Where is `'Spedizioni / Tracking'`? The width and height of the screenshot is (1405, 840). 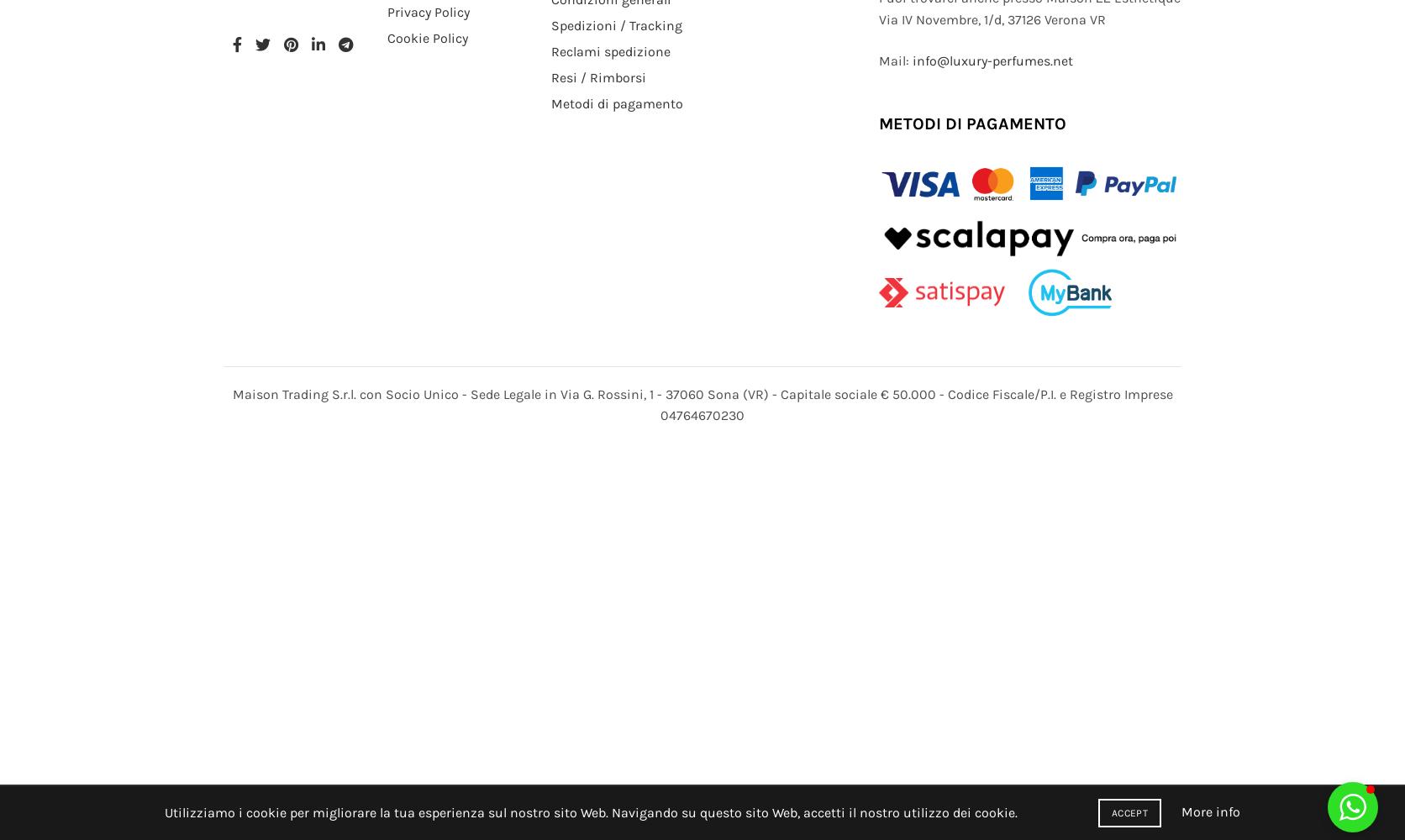
'Spedizioni / Tracking' is located at coordinates (616, 24).